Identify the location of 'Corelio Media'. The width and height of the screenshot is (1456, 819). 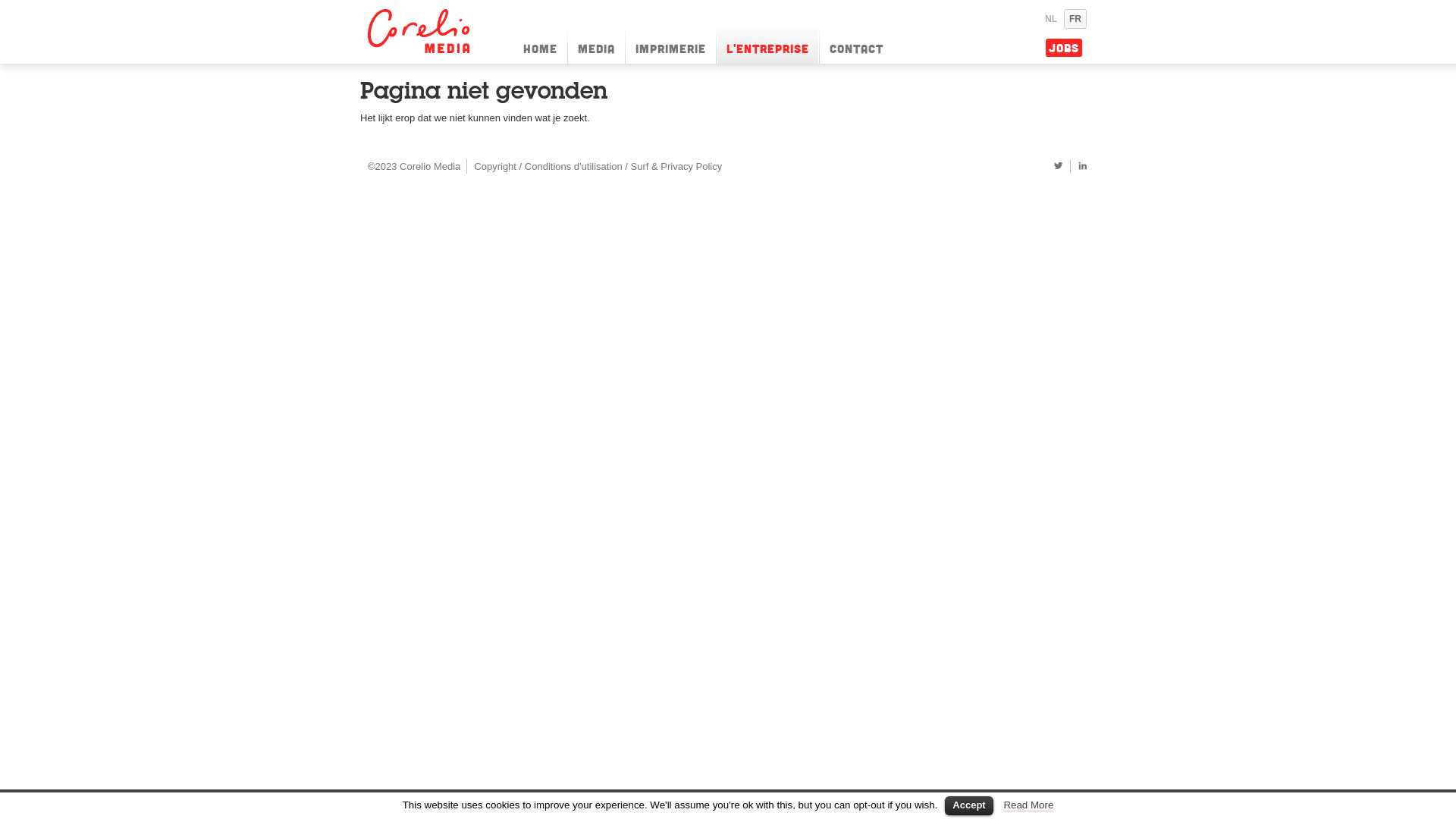
(421, 31).